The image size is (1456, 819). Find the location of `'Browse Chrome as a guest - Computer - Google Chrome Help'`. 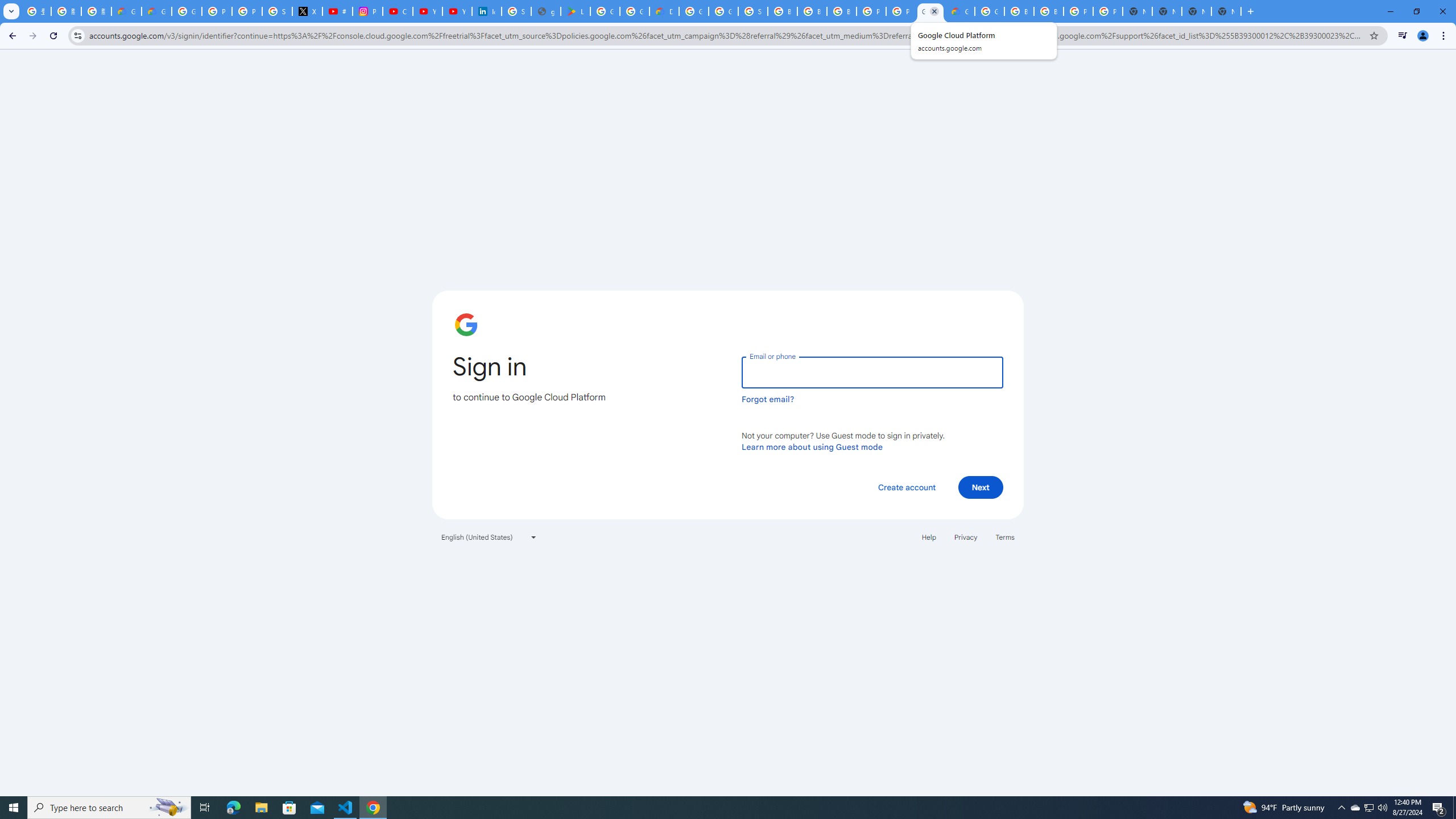

'Browse Chrome as a guest - Computer - Google Chrome Help' is located at coordinates (782, 11).